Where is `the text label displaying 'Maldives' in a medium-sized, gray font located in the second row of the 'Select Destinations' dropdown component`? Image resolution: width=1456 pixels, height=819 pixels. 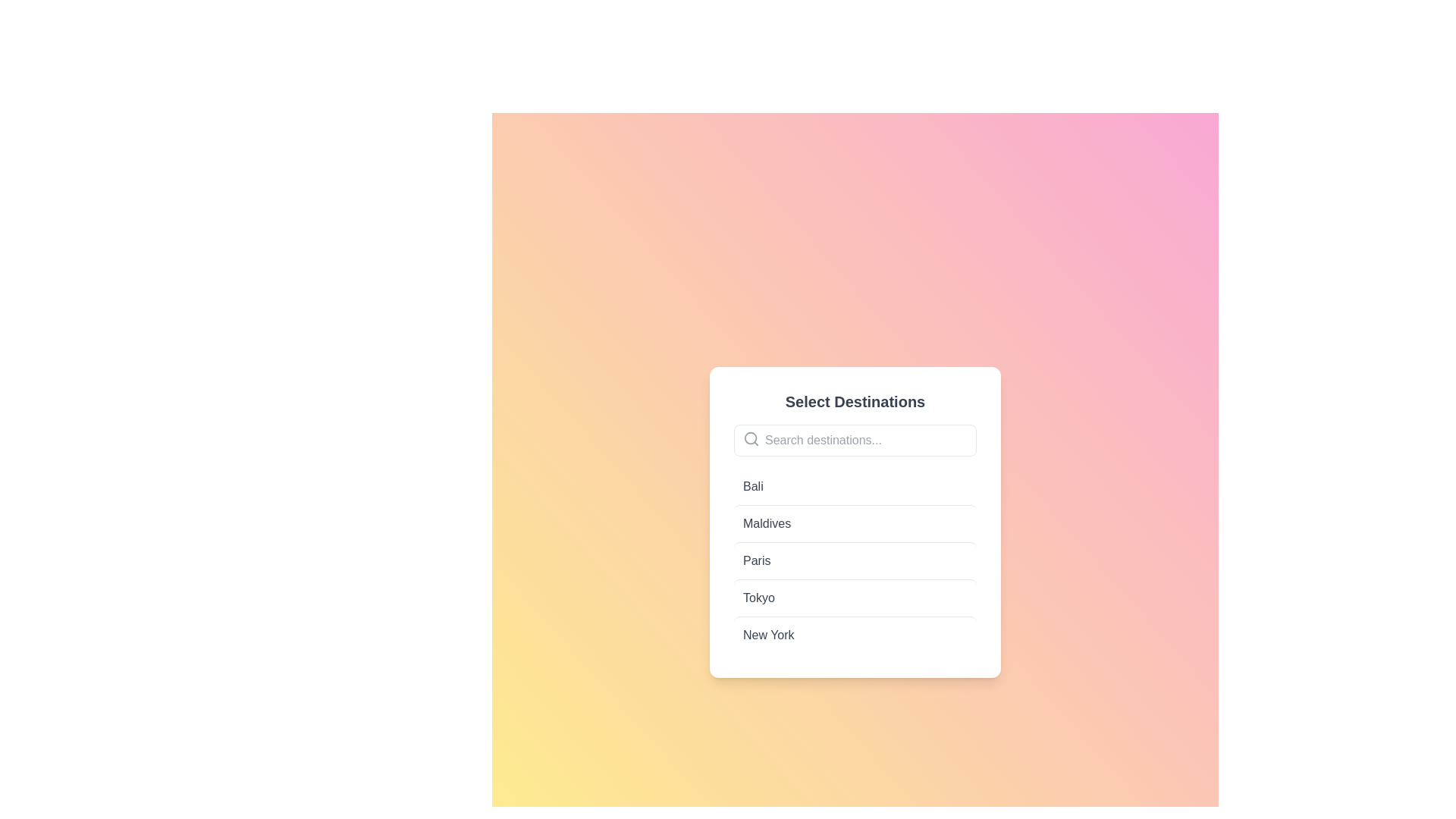
the text label displaying 'Maldives' in a medium-sized, gray font located in the second row of the 'Select Destinations' dropdown component is located at coordinates (767, 522).